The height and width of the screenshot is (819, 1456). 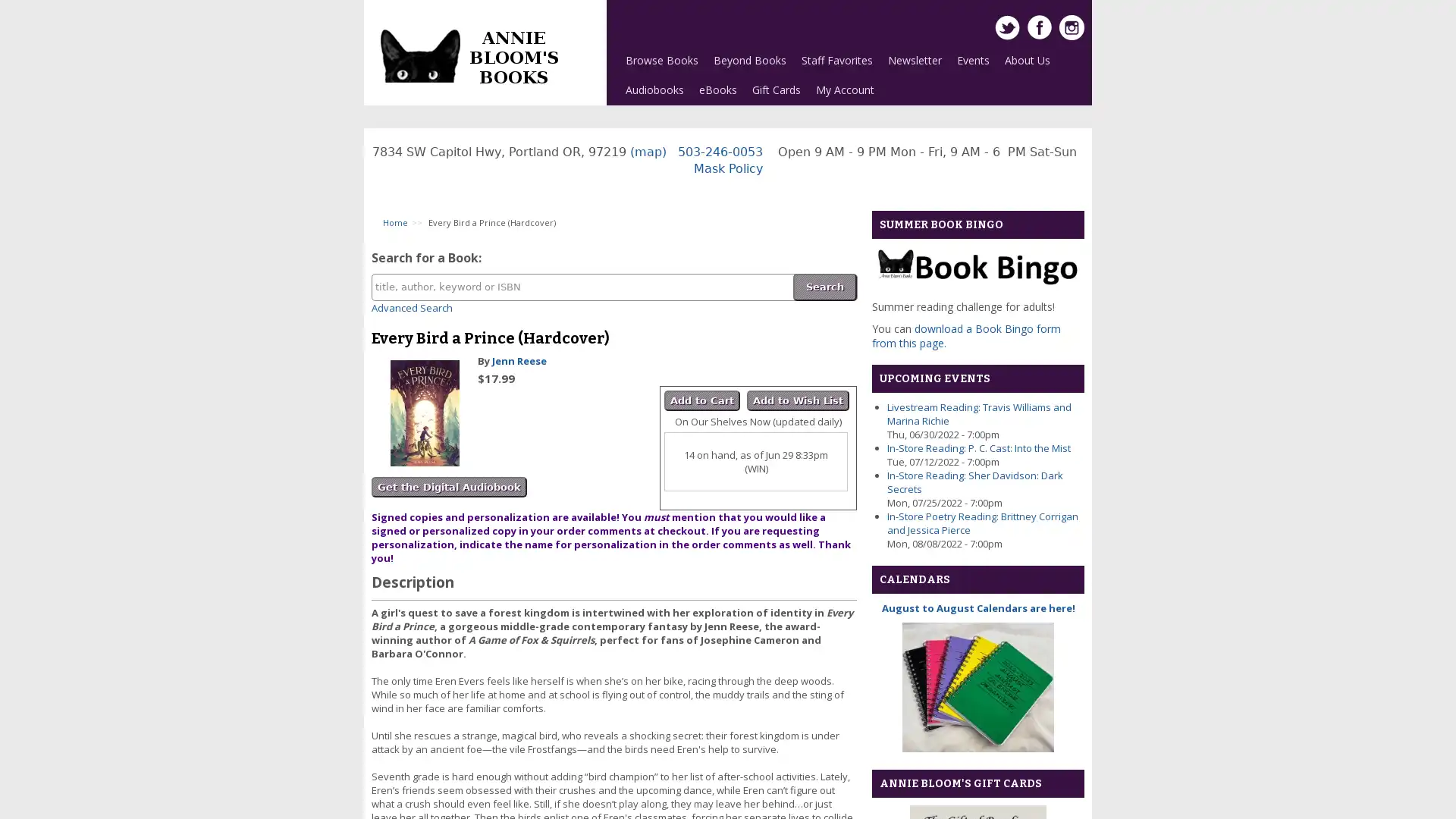 What do you see at coordinates (701, 400) in the screenshot?
I see `Add to Cart` at bounding box center [701, 400].